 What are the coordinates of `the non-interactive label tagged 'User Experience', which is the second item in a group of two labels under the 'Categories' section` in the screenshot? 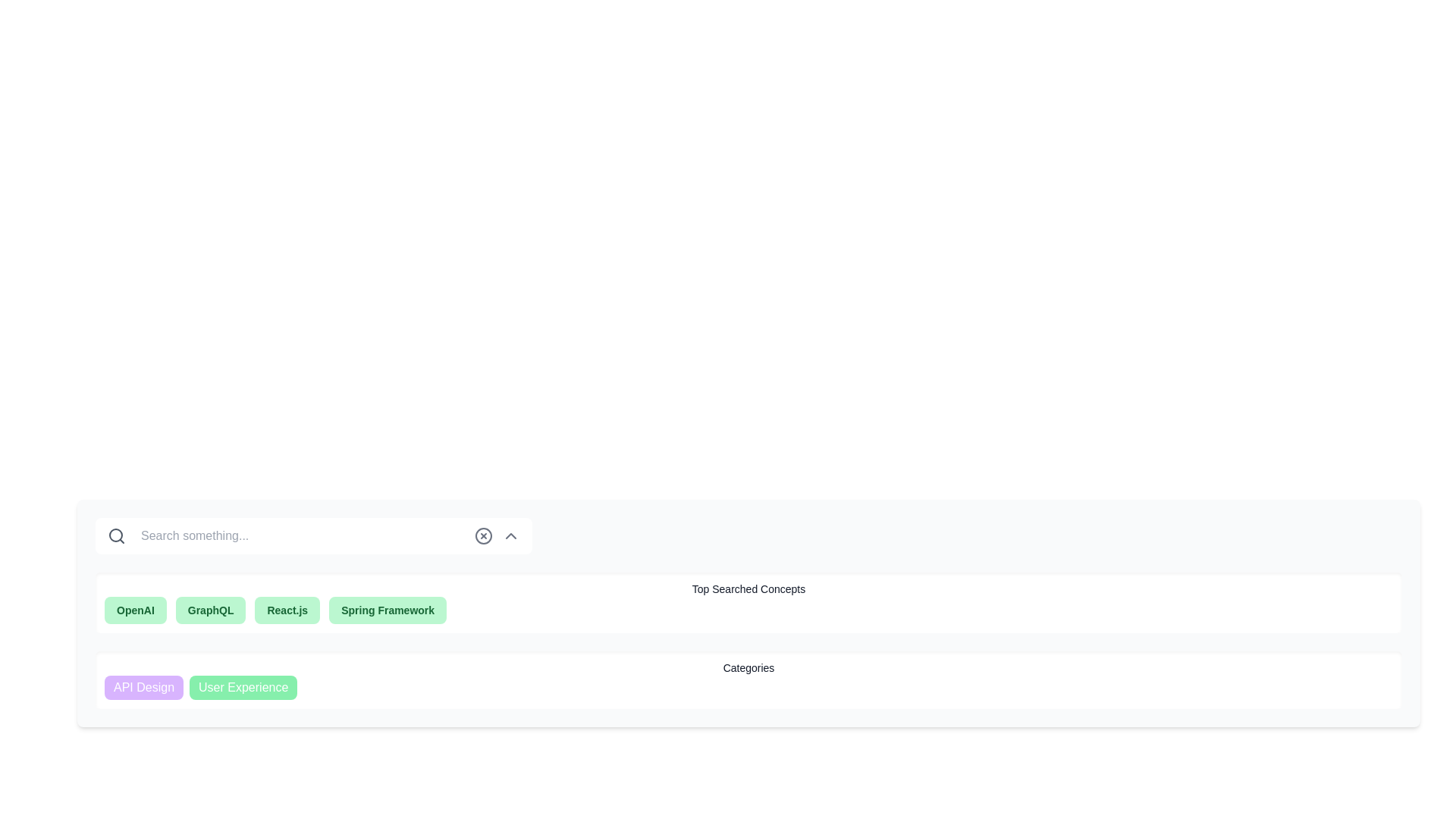 It's located at (243, 687).